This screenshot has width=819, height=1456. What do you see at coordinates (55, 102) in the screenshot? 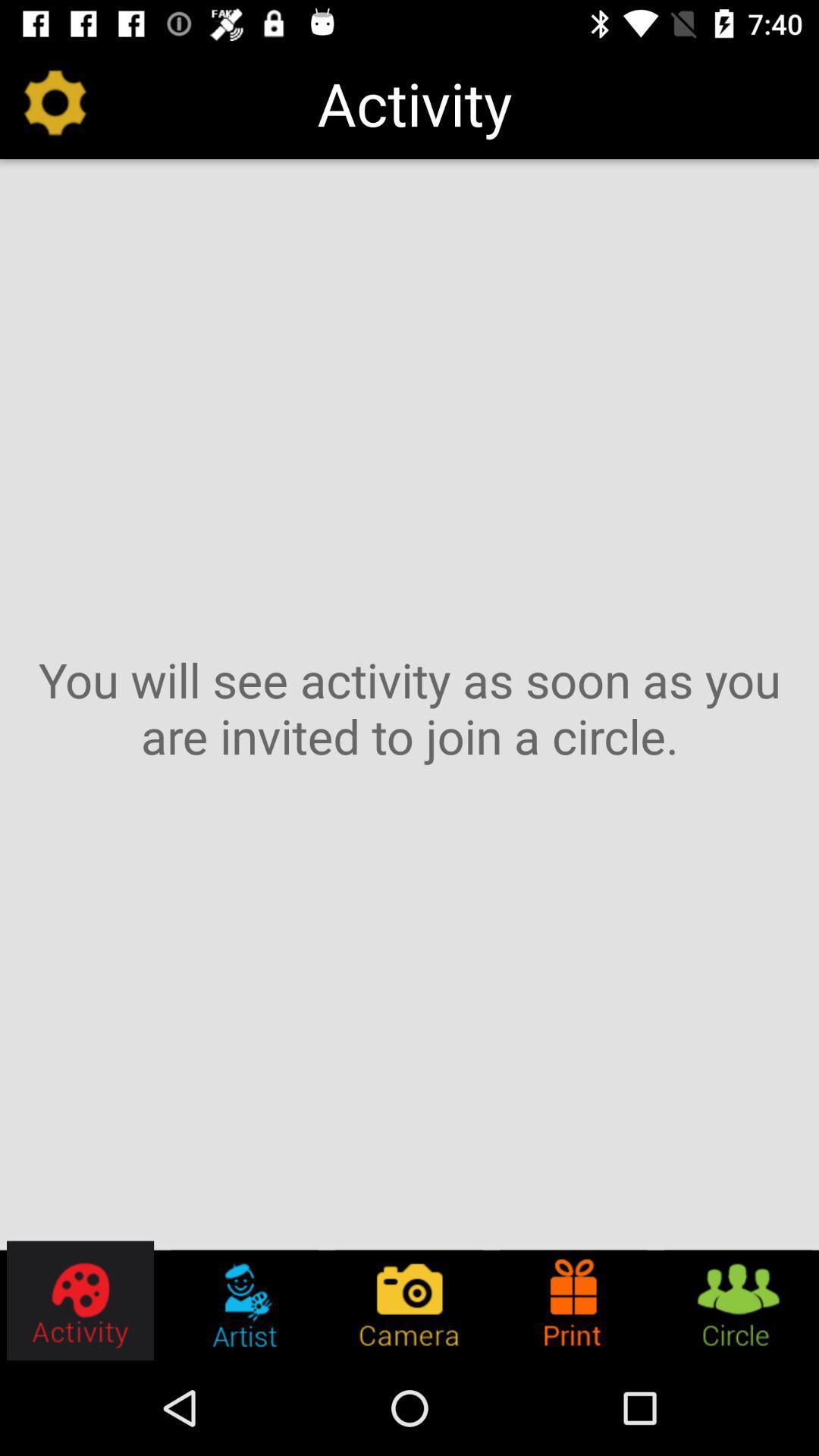
I see `the item next to activity item` at bounding box center [55, 102].